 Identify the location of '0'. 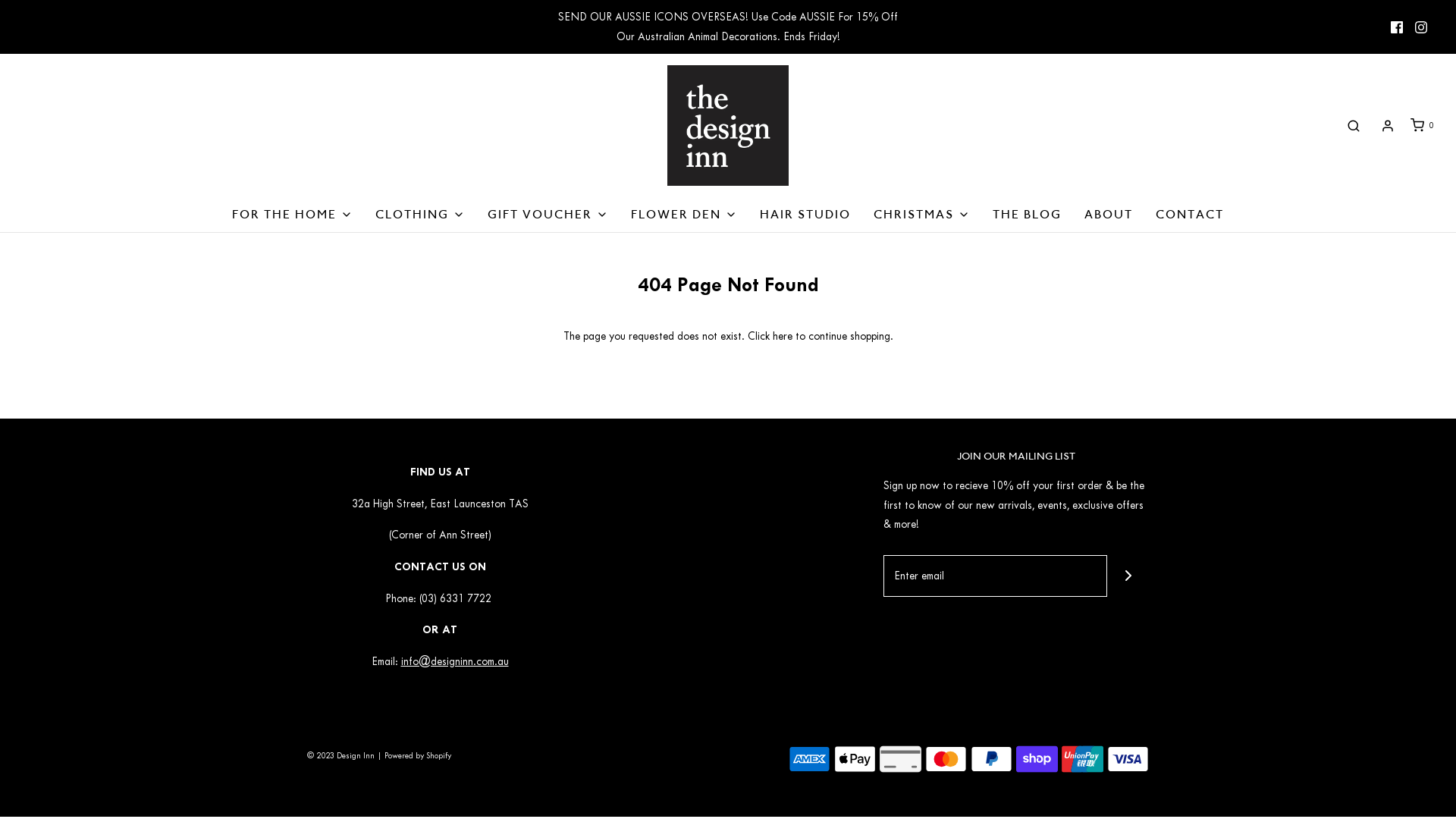
(1420, 124).